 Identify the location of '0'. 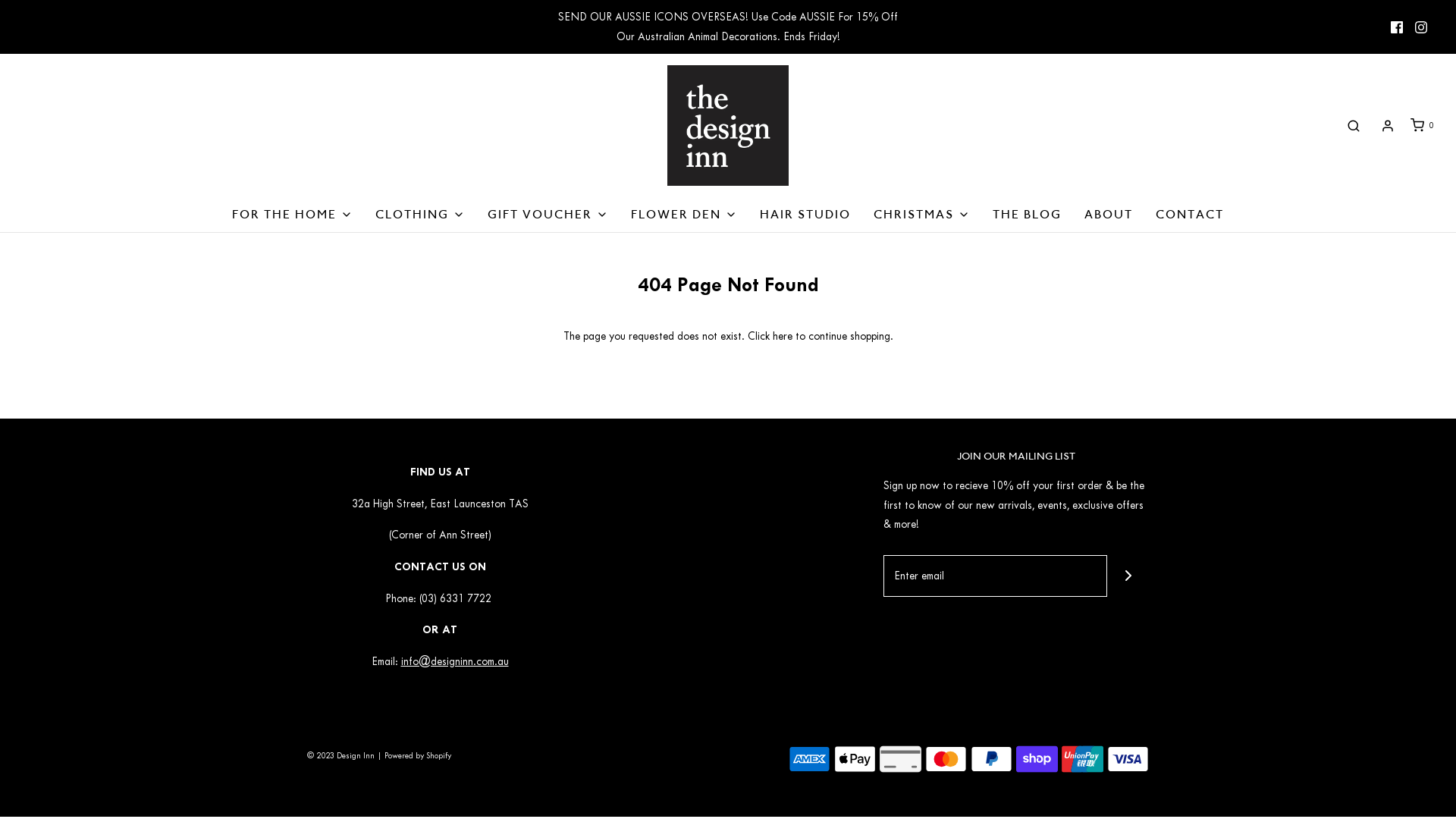
(1420, 124).